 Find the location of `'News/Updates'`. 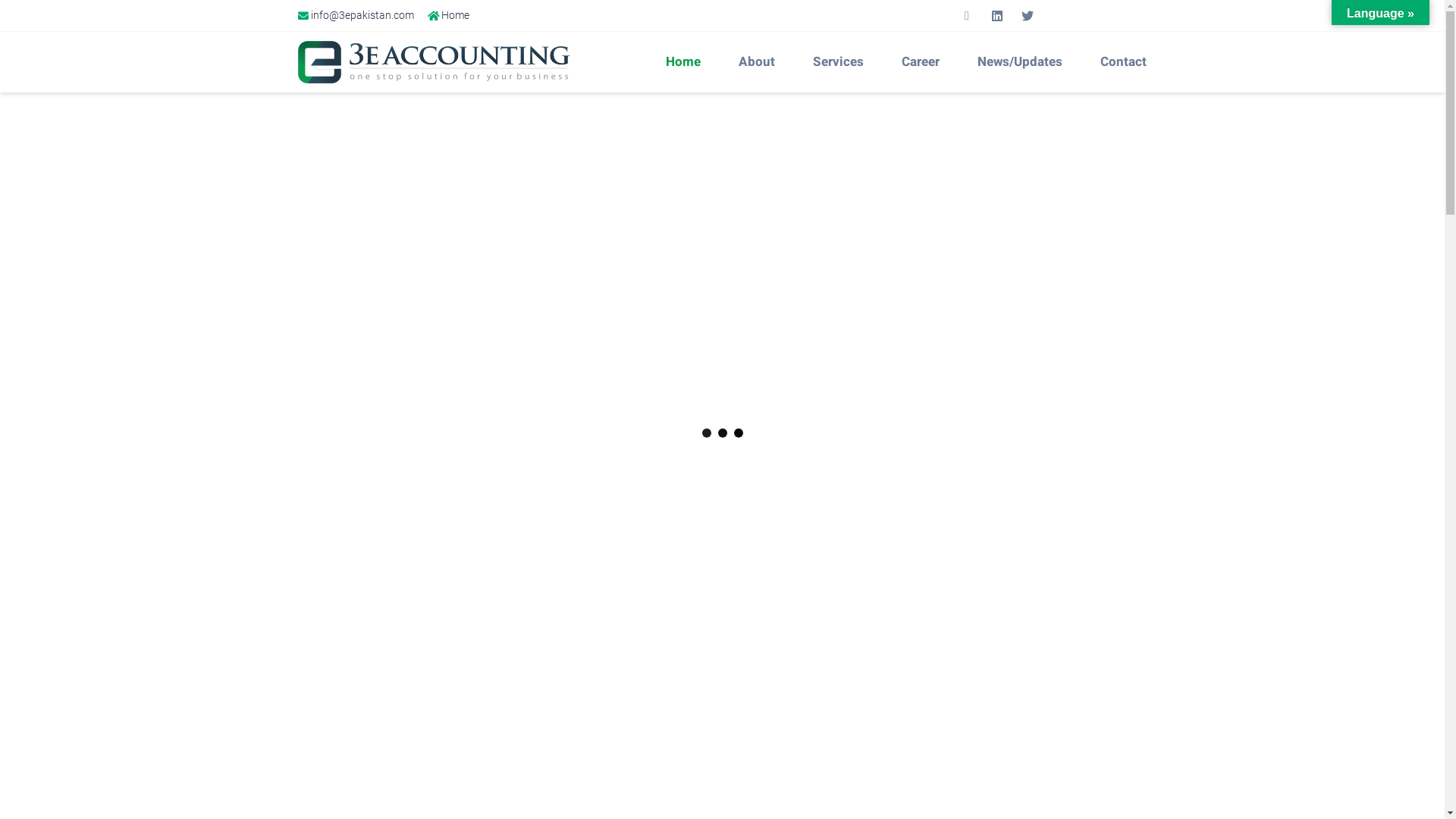

'News/Updates' is located at coordinates (1023, 61).